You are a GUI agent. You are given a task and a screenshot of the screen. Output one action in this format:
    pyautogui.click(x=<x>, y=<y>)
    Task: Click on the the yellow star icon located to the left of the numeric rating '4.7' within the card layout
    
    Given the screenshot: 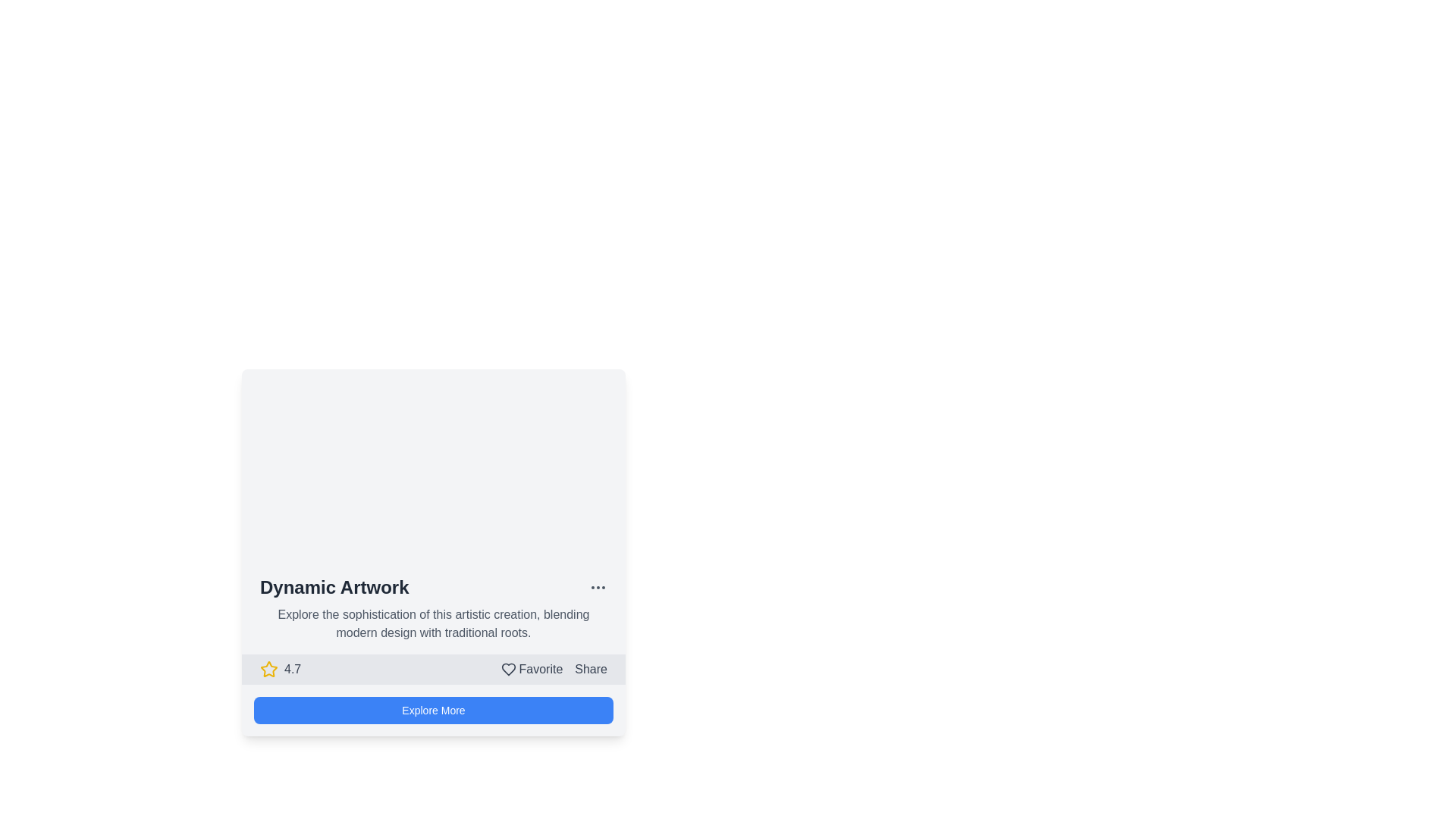 What is the action you would take?
    pyautogui.click(x=269, y=668)
    